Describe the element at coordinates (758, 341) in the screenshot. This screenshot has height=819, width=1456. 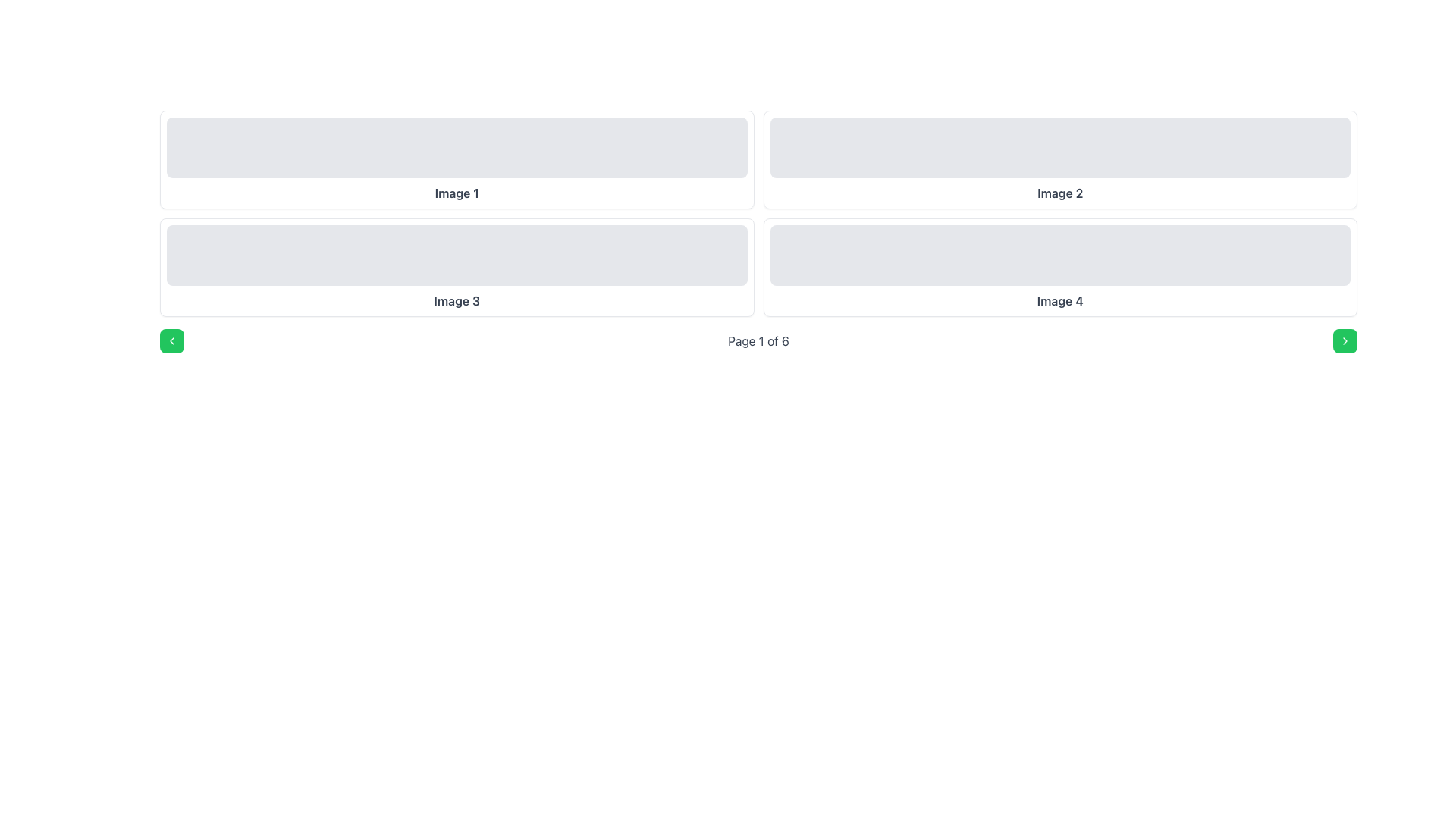
I see `the Text Label that indicates the current page number within the pagination system, located in the middle of the footer row of the grid` at that location.